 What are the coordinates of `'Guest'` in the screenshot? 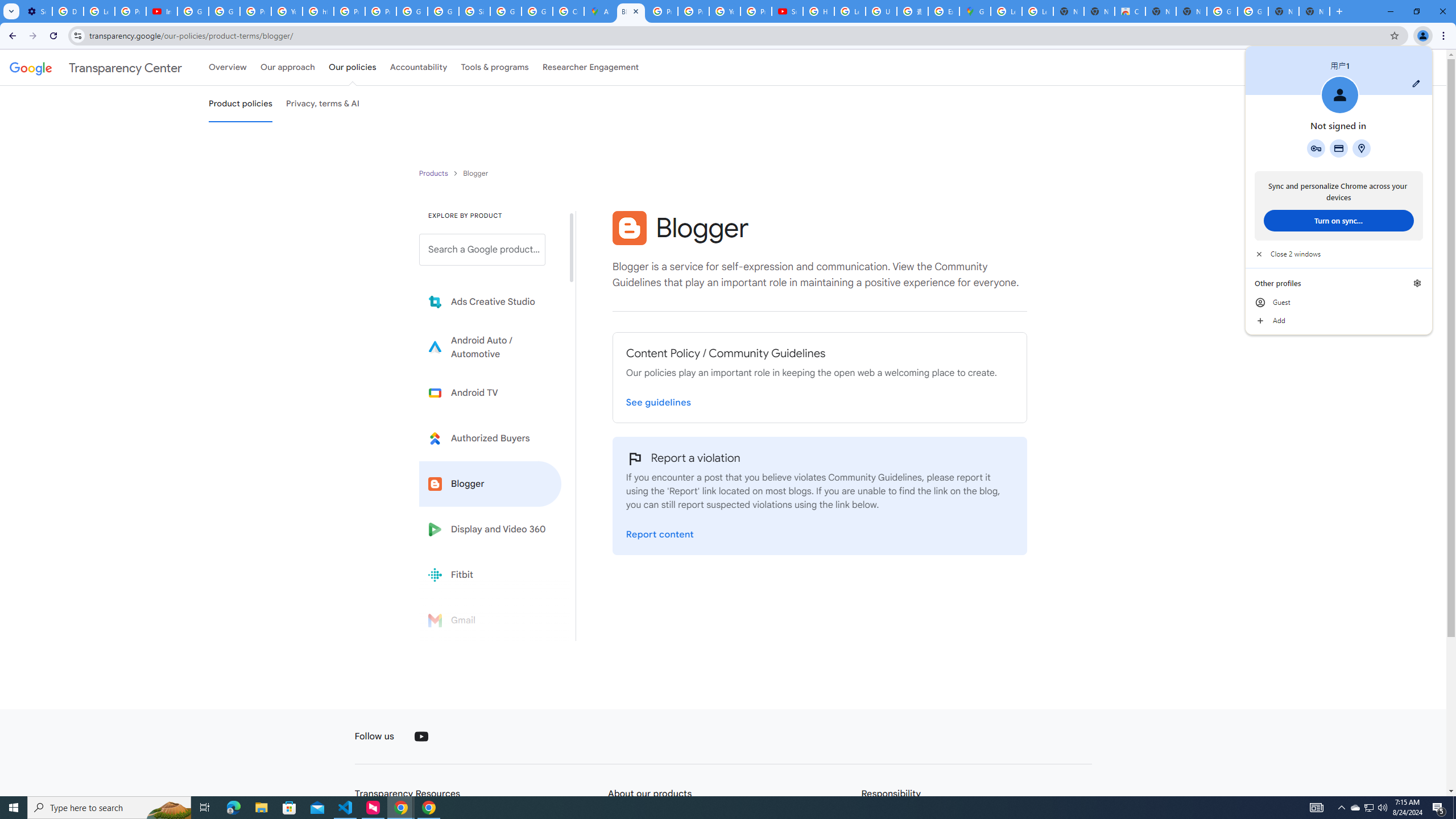 It's located at (1338, 303).